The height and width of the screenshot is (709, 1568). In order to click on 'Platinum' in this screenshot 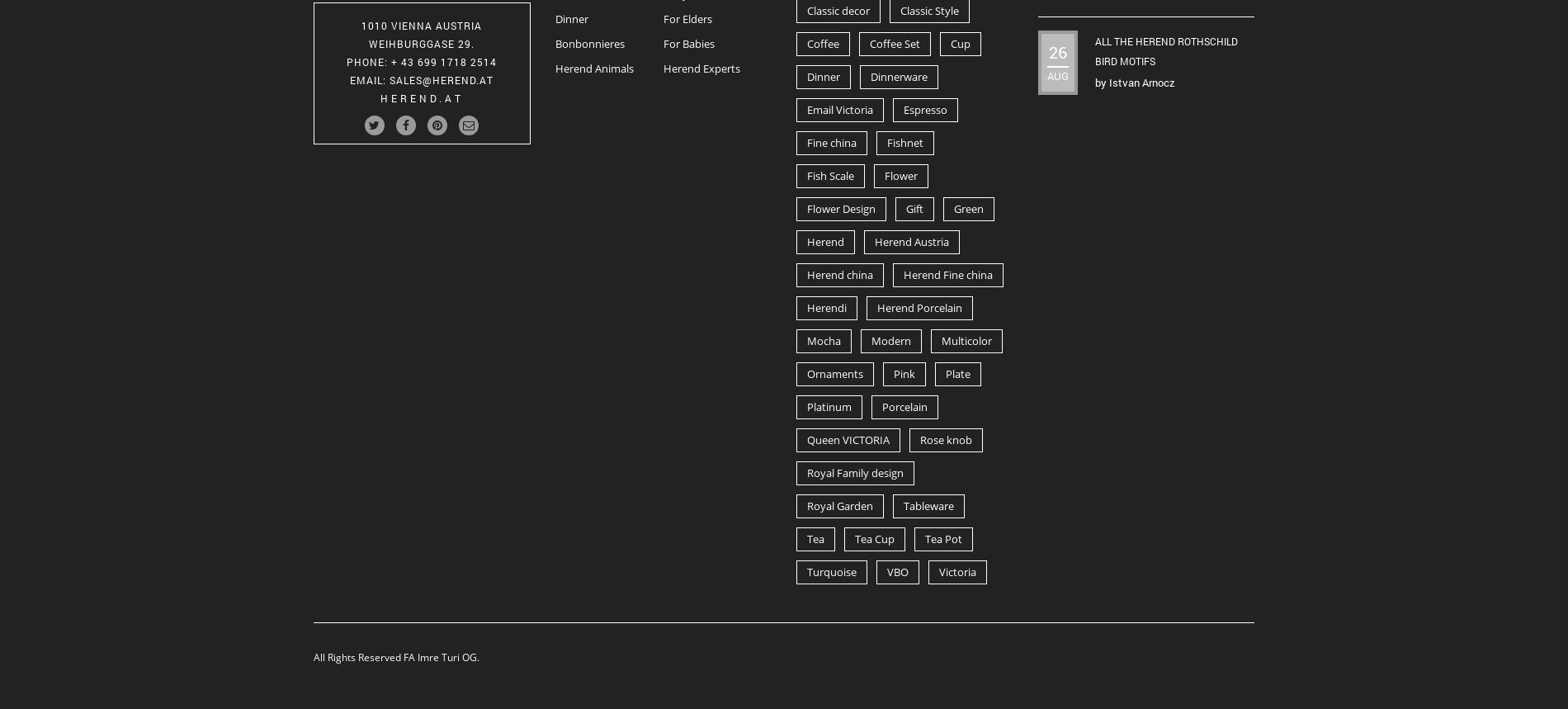, I will do `click(806, 406)`.